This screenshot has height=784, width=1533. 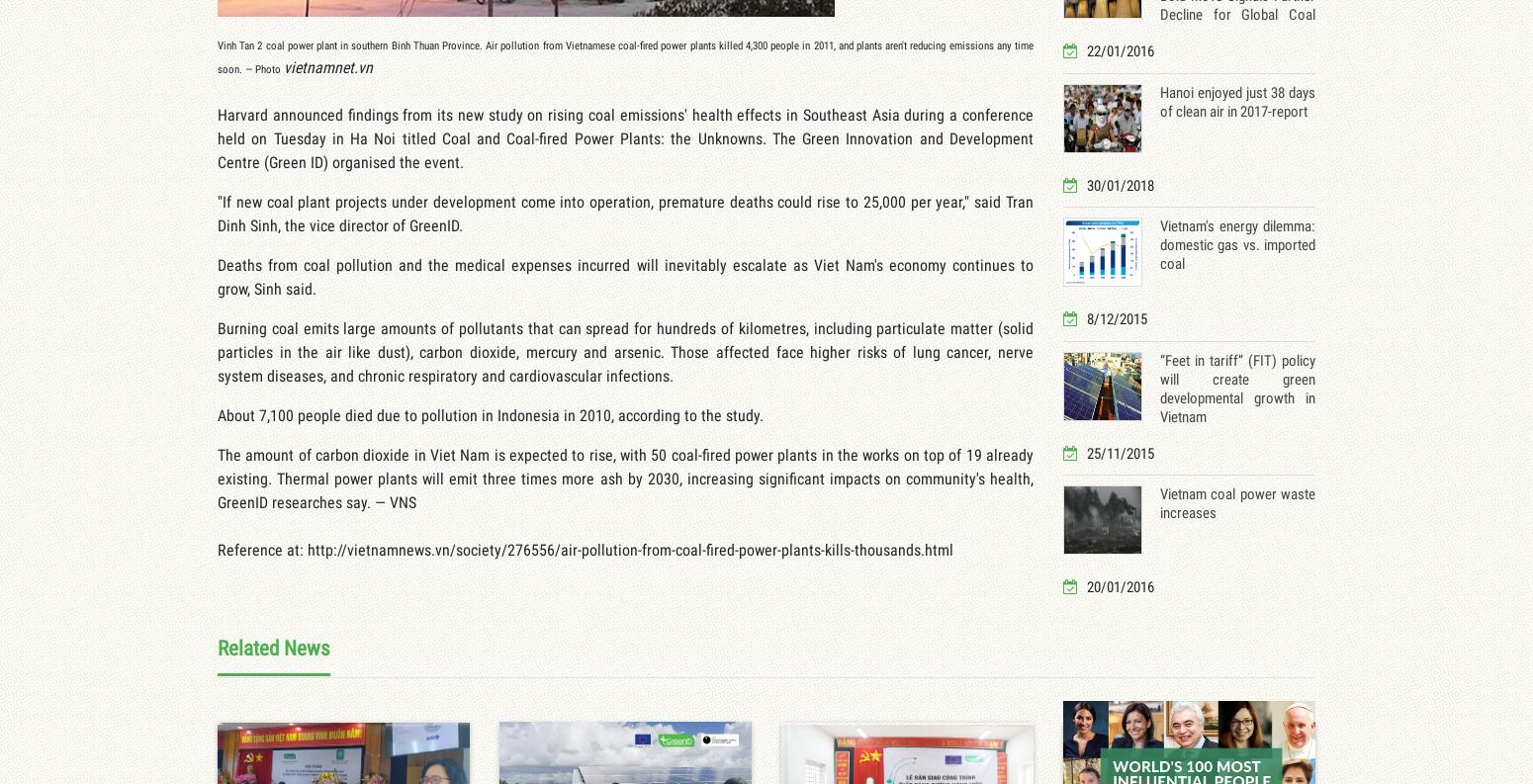 What do you see at coordinates (273, 647) in the screenshot?
I see `'Related News'` at bounding box center [273, 647].